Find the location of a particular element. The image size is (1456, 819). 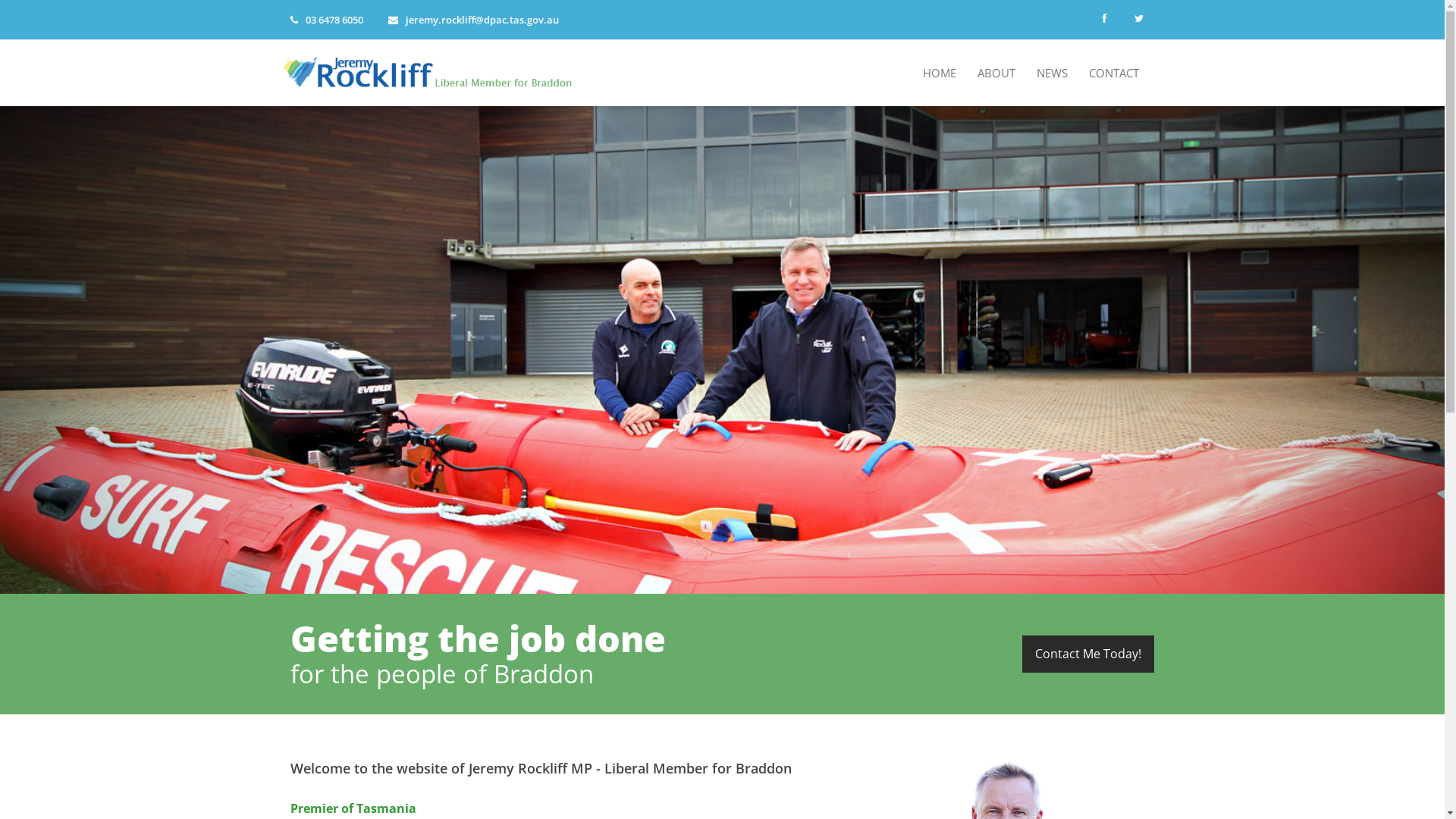

'CONTACT' is located at coordinates (1113, 73).